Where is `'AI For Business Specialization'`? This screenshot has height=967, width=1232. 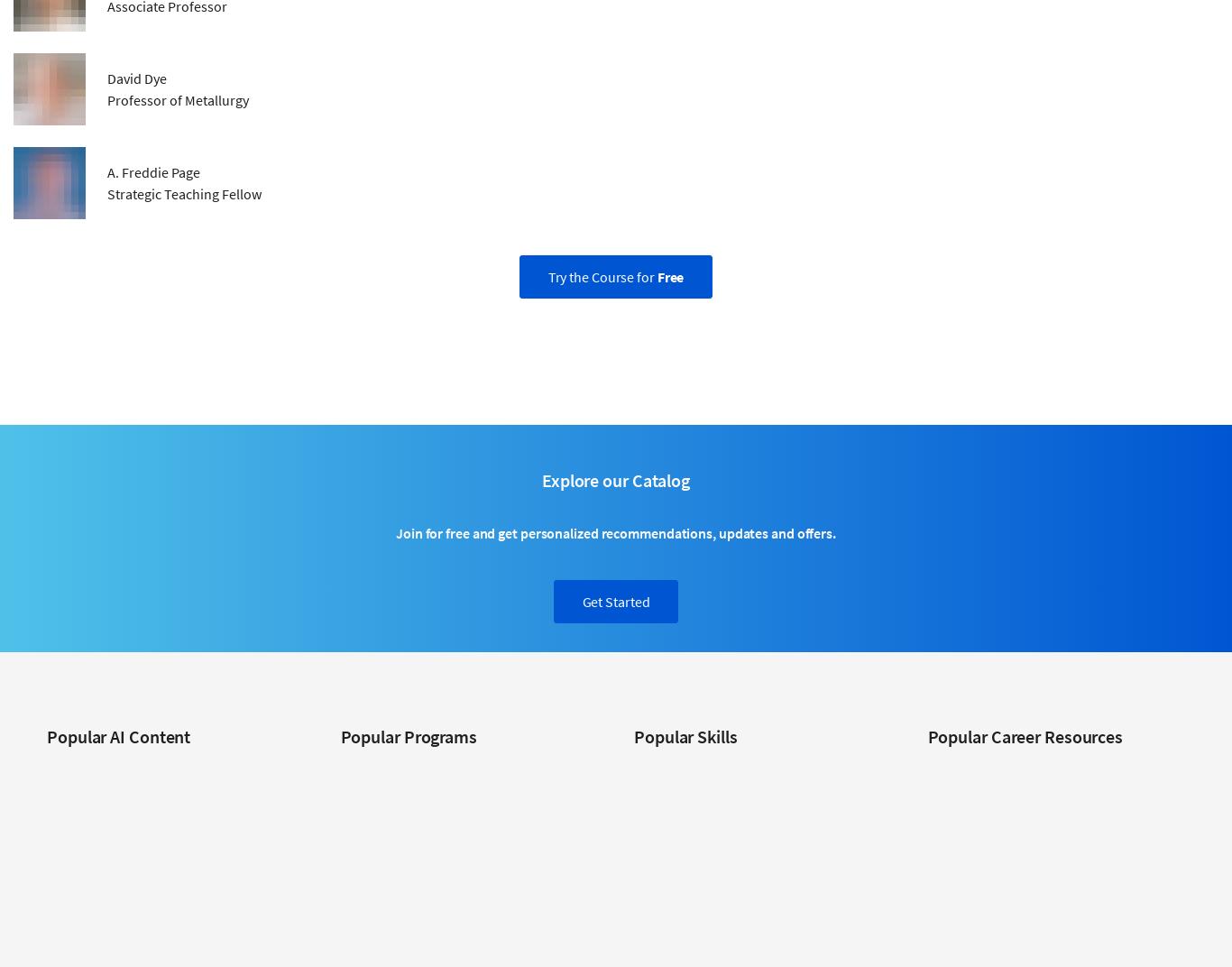 'AI For Business Specialization' is located at coordinates (124, 768).